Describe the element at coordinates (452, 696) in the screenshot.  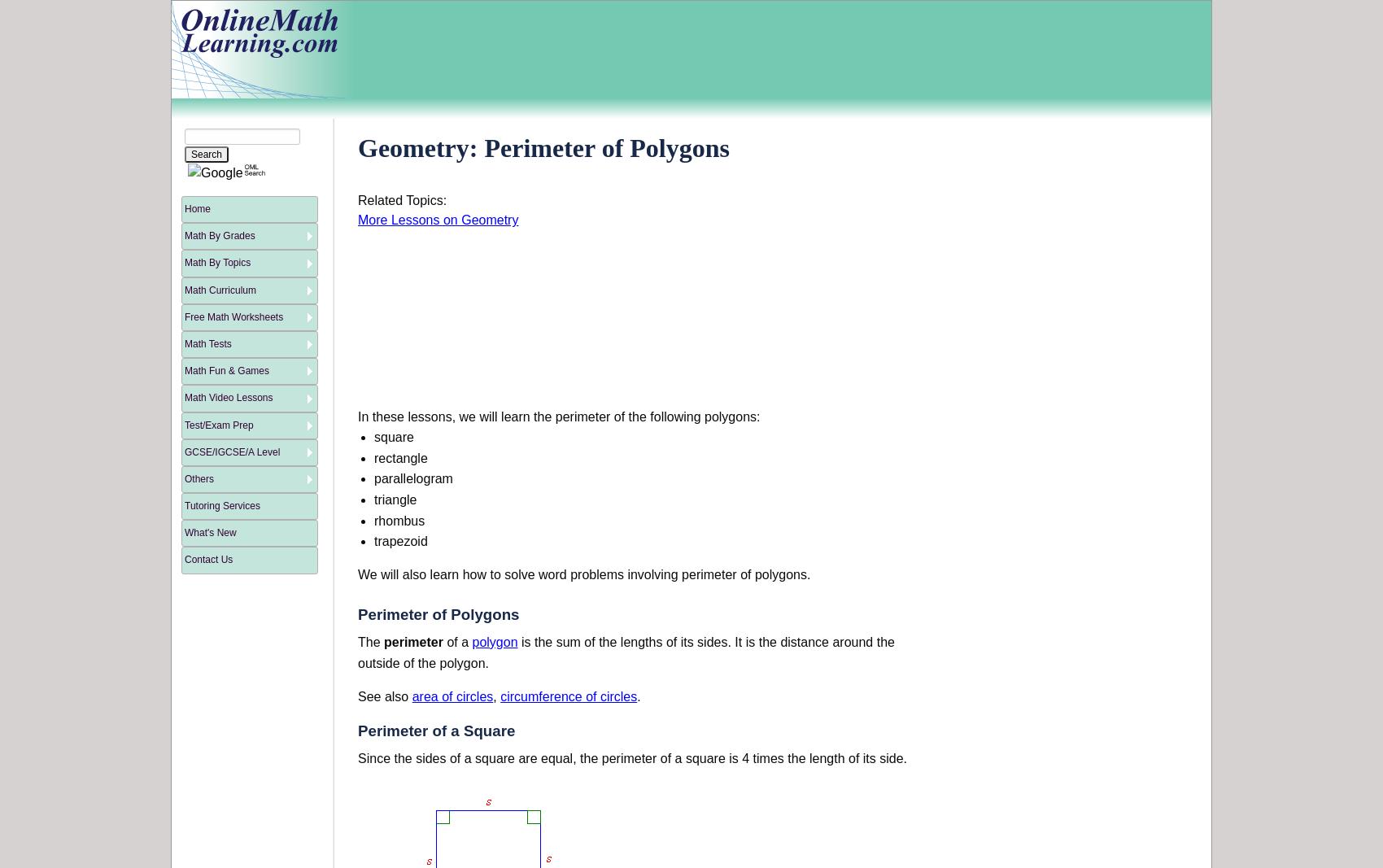
I see `'area of circles'` at that location.